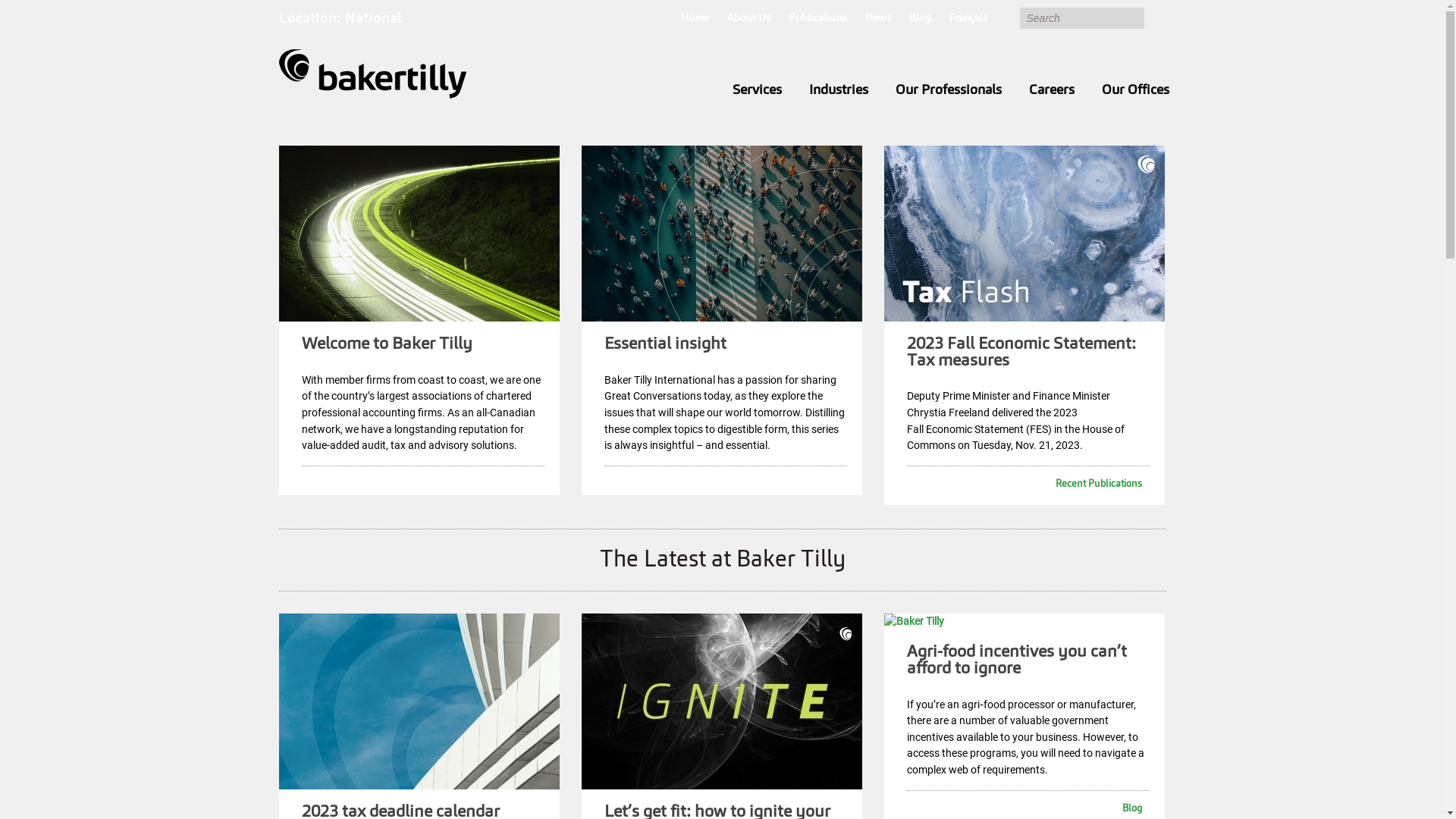  What do you see at coordinates (817, 19) in the screenshot?
I see `'Publications'` at bounding box center [817, 19].